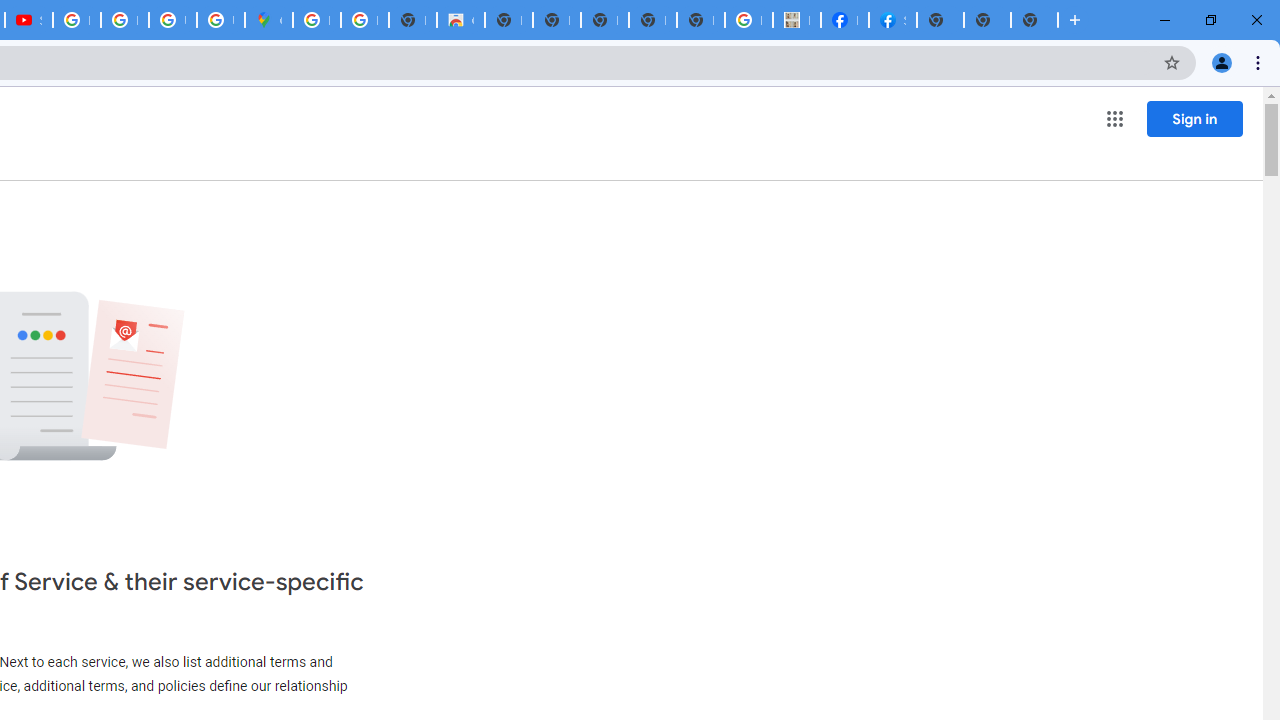  What do you see at coordinates (76, 20) in the screenshot?
I see `'How Chrome protects your passwords - Google Chrome Help'` at bounding box center [76, 20].